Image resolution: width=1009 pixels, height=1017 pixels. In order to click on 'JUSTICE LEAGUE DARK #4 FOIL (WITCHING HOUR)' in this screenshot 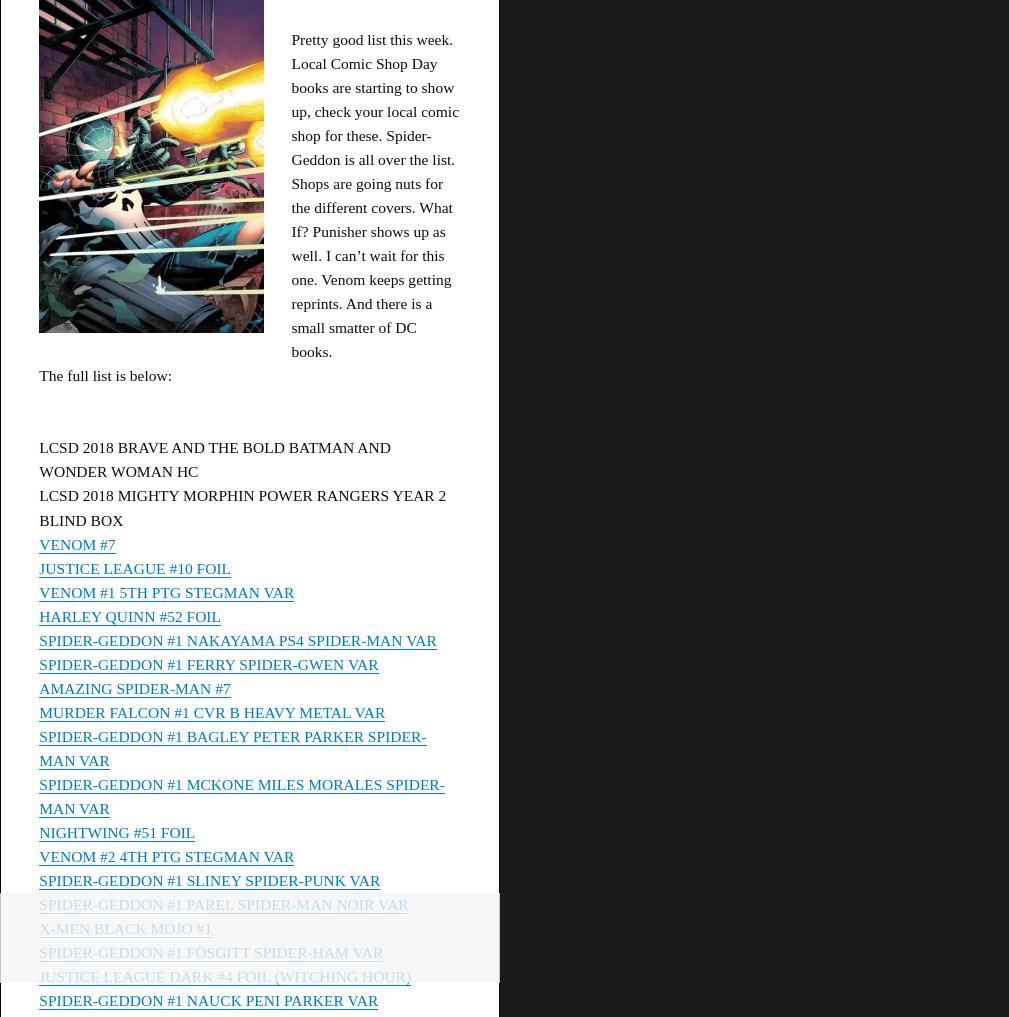, I will do `click(224, 976)`.